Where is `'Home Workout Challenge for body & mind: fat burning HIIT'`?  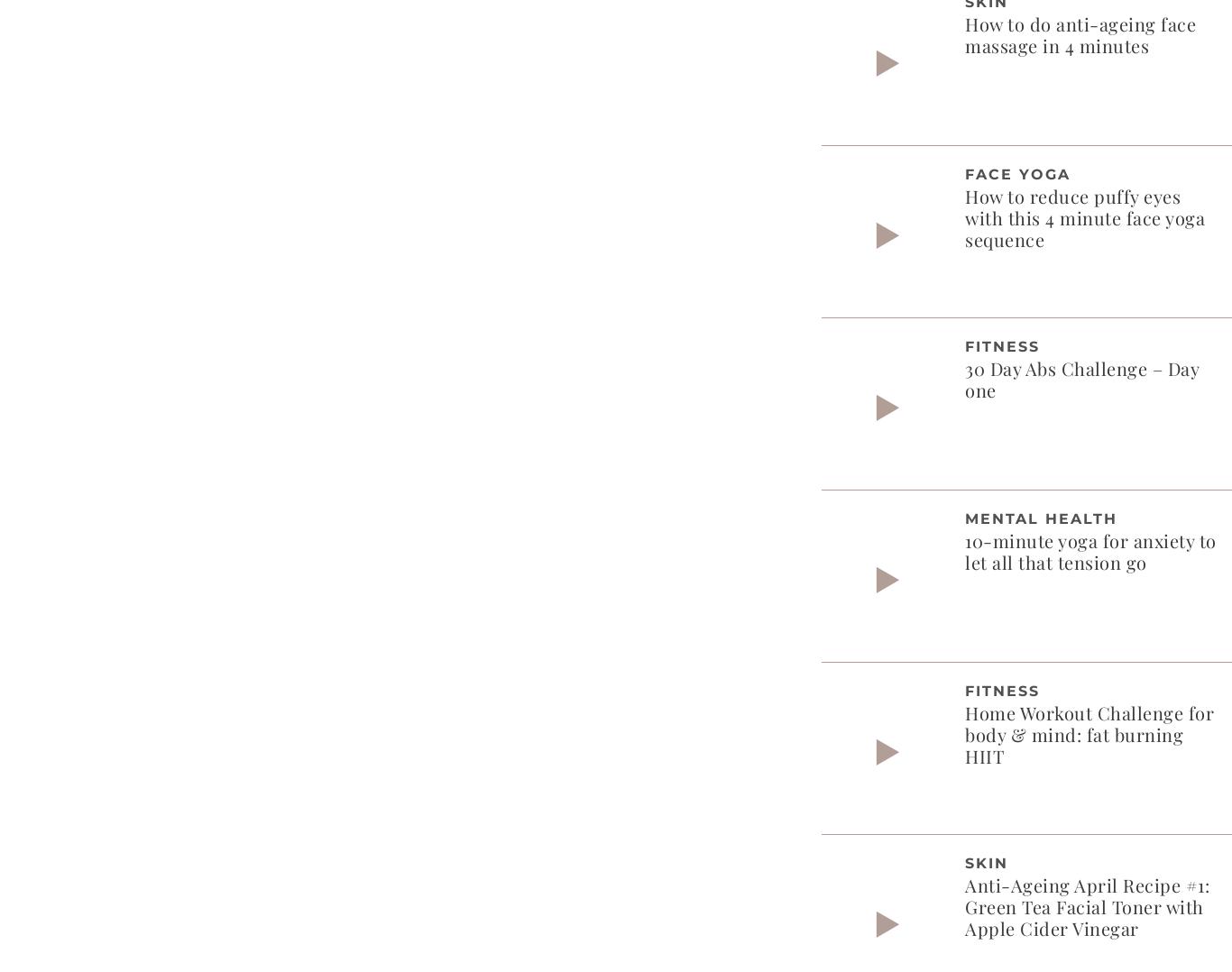 'Home Workout Challenge for body & mind: fat burning HIIT' is located at coordinates (1089, 733).